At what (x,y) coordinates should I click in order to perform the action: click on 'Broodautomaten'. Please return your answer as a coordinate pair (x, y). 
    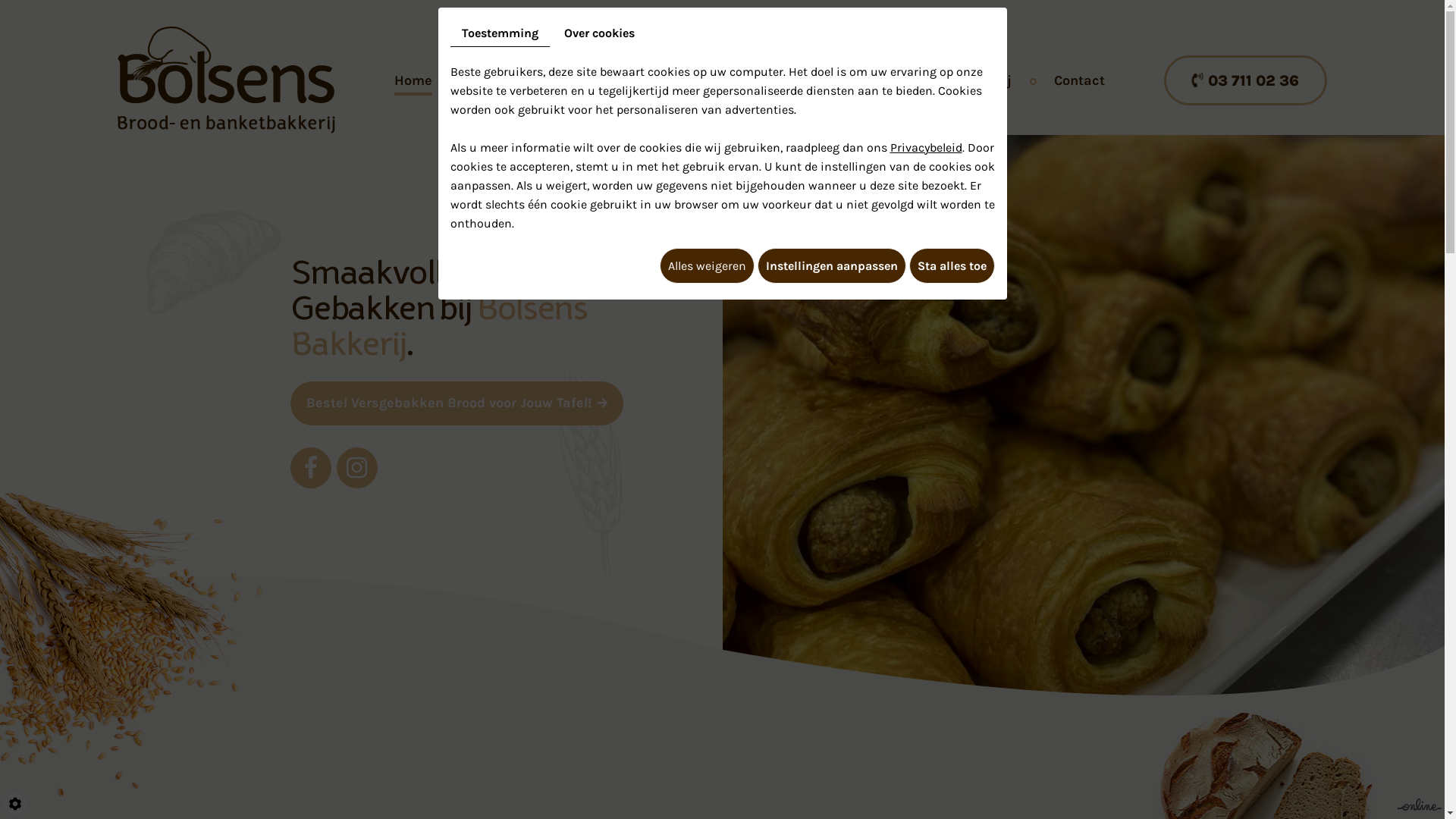
    Looking at the image, I should click on (651, 80).